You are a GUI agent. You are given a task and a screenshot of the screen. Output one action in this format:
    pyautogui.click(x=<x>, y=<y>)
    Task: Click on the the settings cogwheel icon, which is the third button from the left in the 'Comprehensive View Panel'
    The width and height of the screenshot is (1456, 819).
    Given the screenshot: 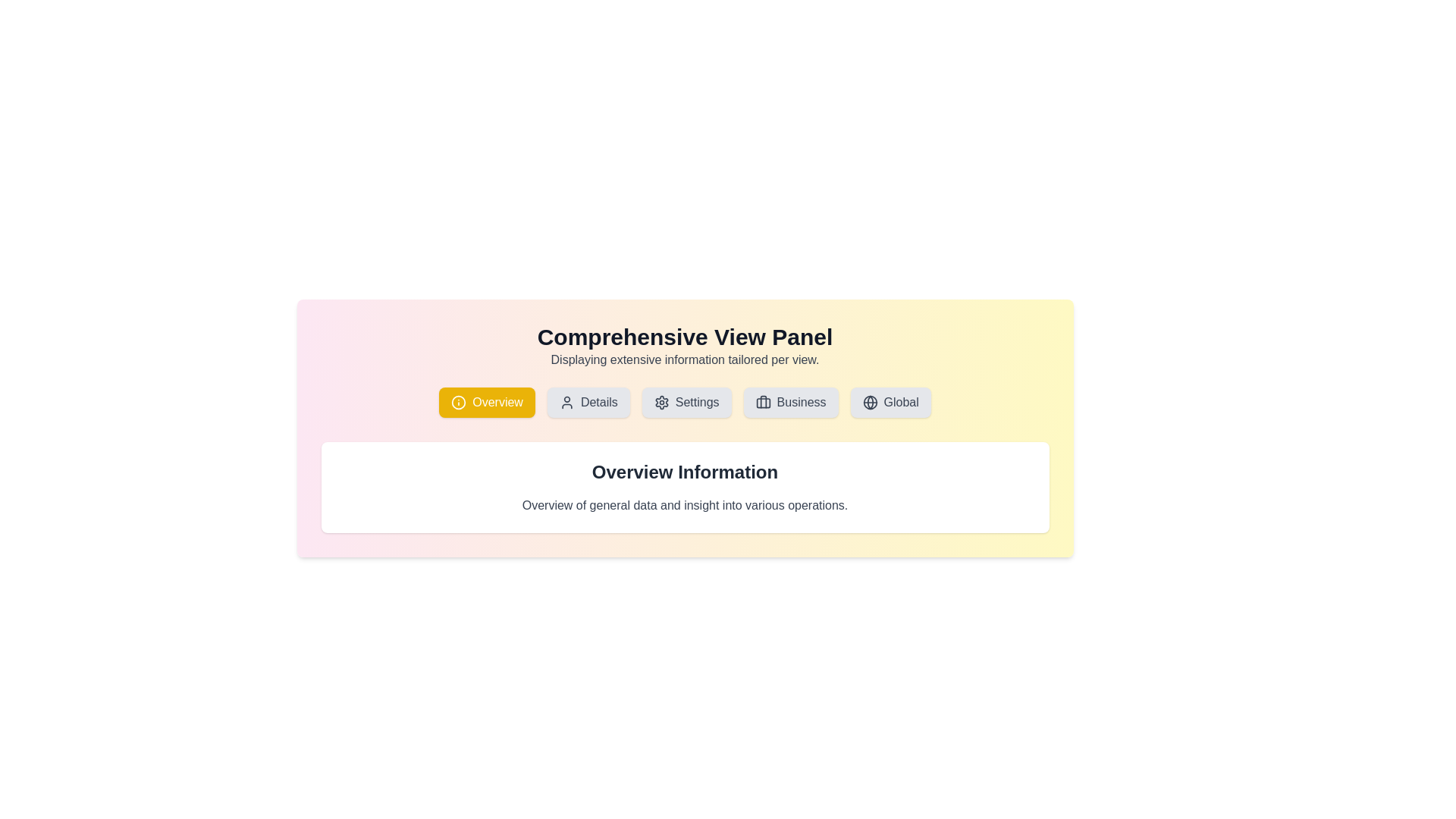 What is the action you would take?
    pyautogui.click(x=661, y=402)
    